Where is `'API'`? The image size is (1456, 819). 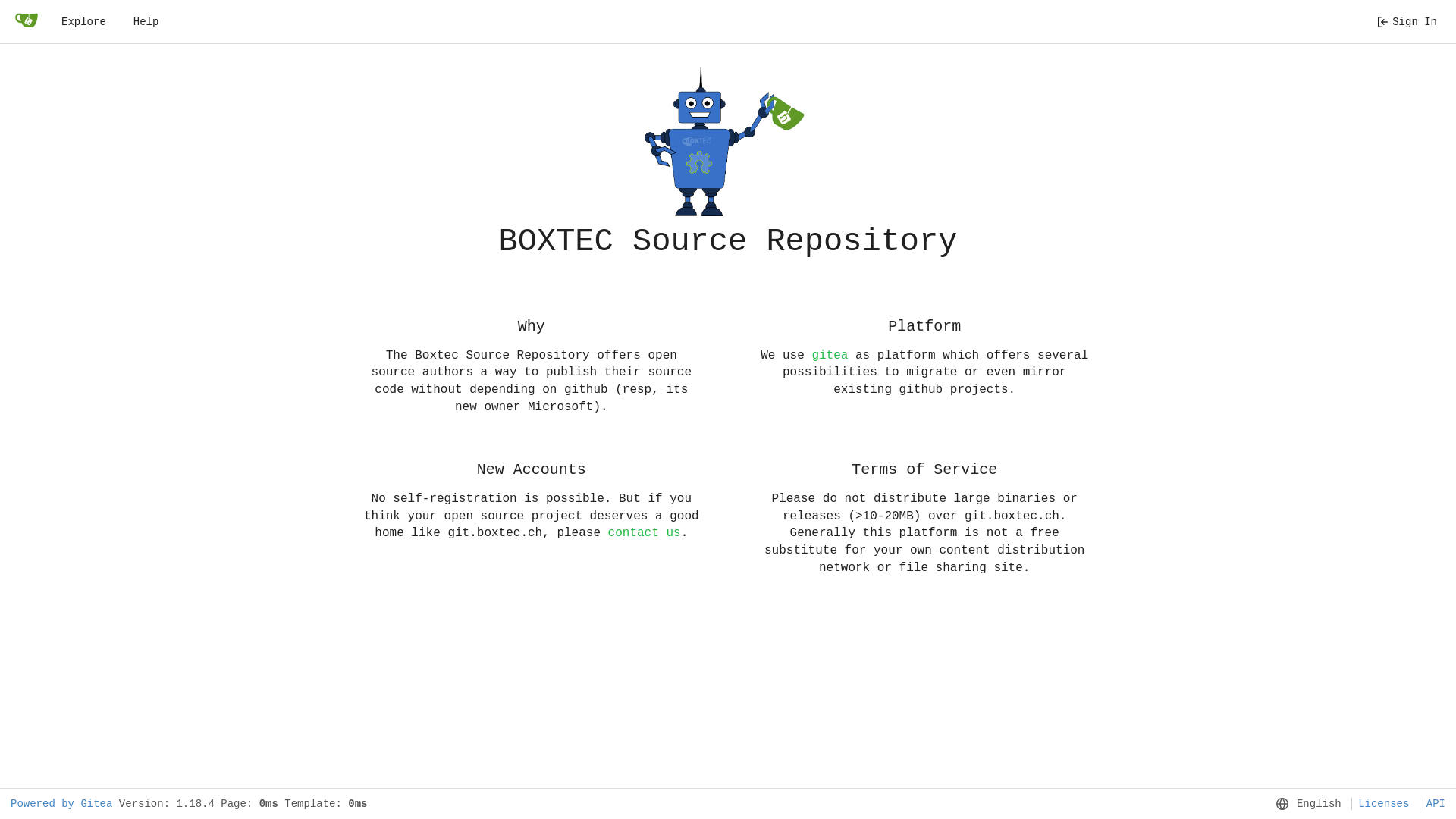
'API' is located at coordinates (1419, 803).